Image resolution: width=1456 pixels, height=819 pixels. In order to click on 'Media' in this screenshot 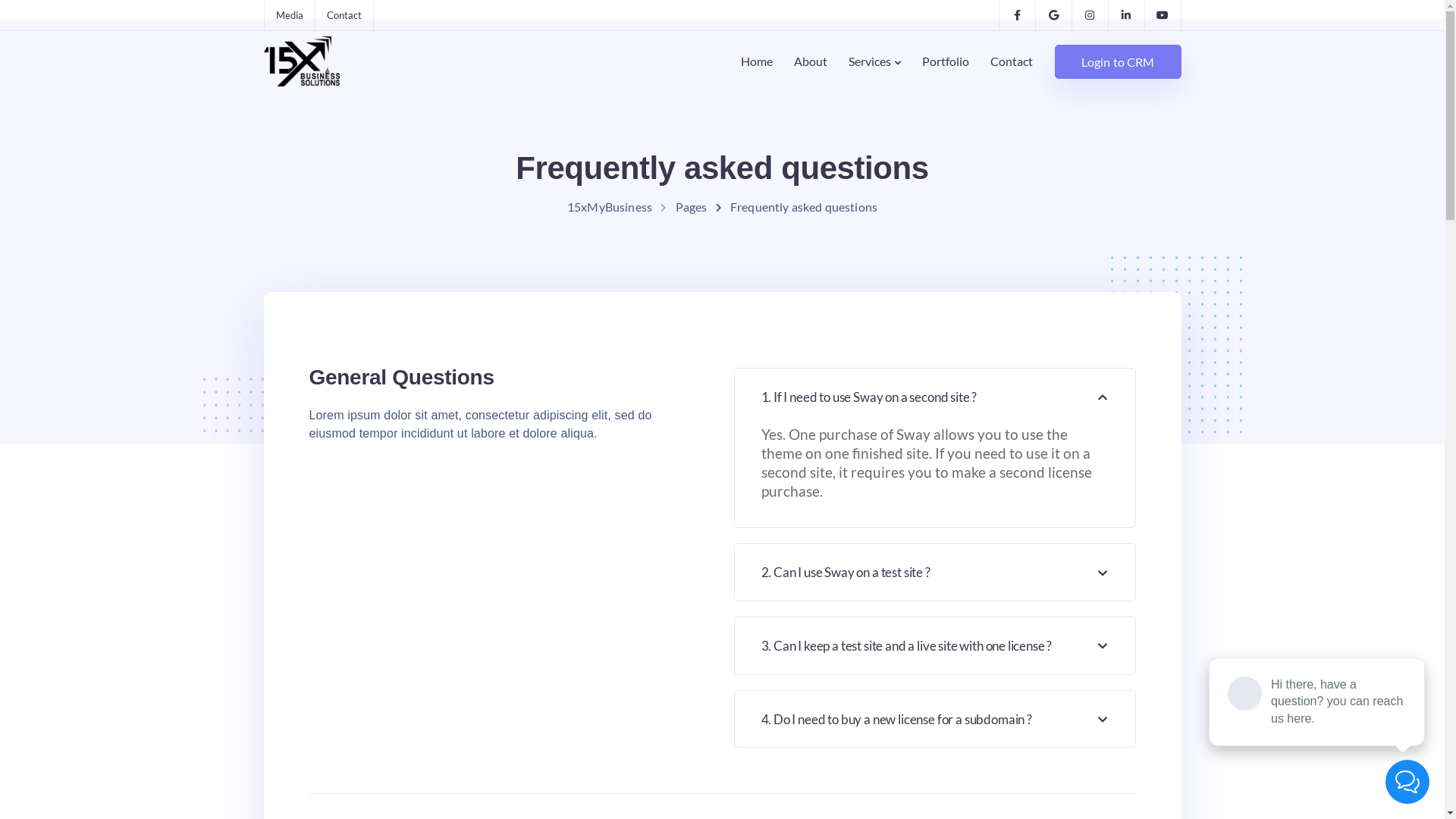, I will do `click(290, 14)`.